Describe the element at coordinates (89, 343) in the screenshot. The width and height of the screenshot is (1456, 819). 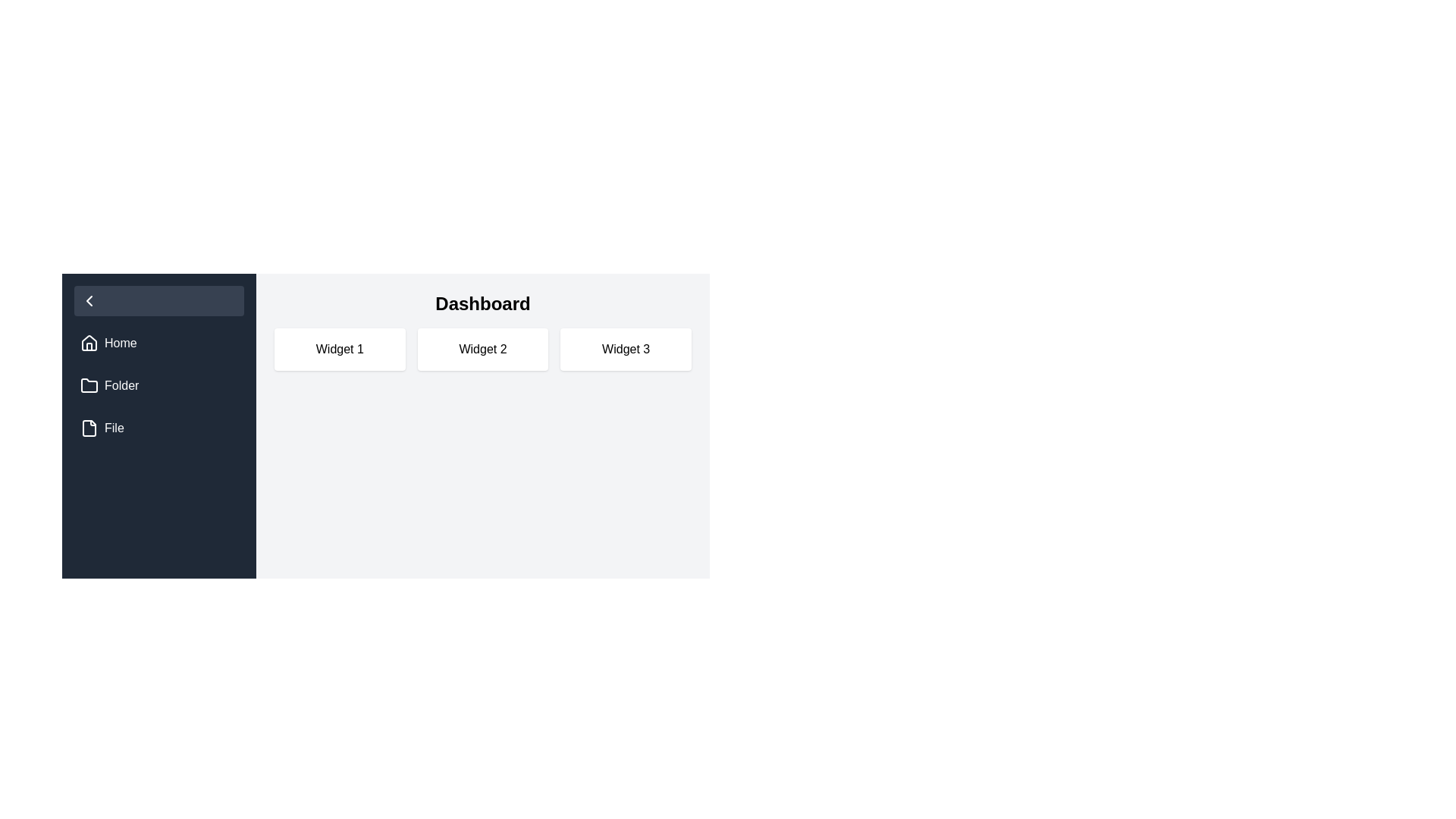
I see `the house-shaped icon located in the vertical navigation bar on the left side of the interface, which is positioned next to the 'Home' text` at that location.